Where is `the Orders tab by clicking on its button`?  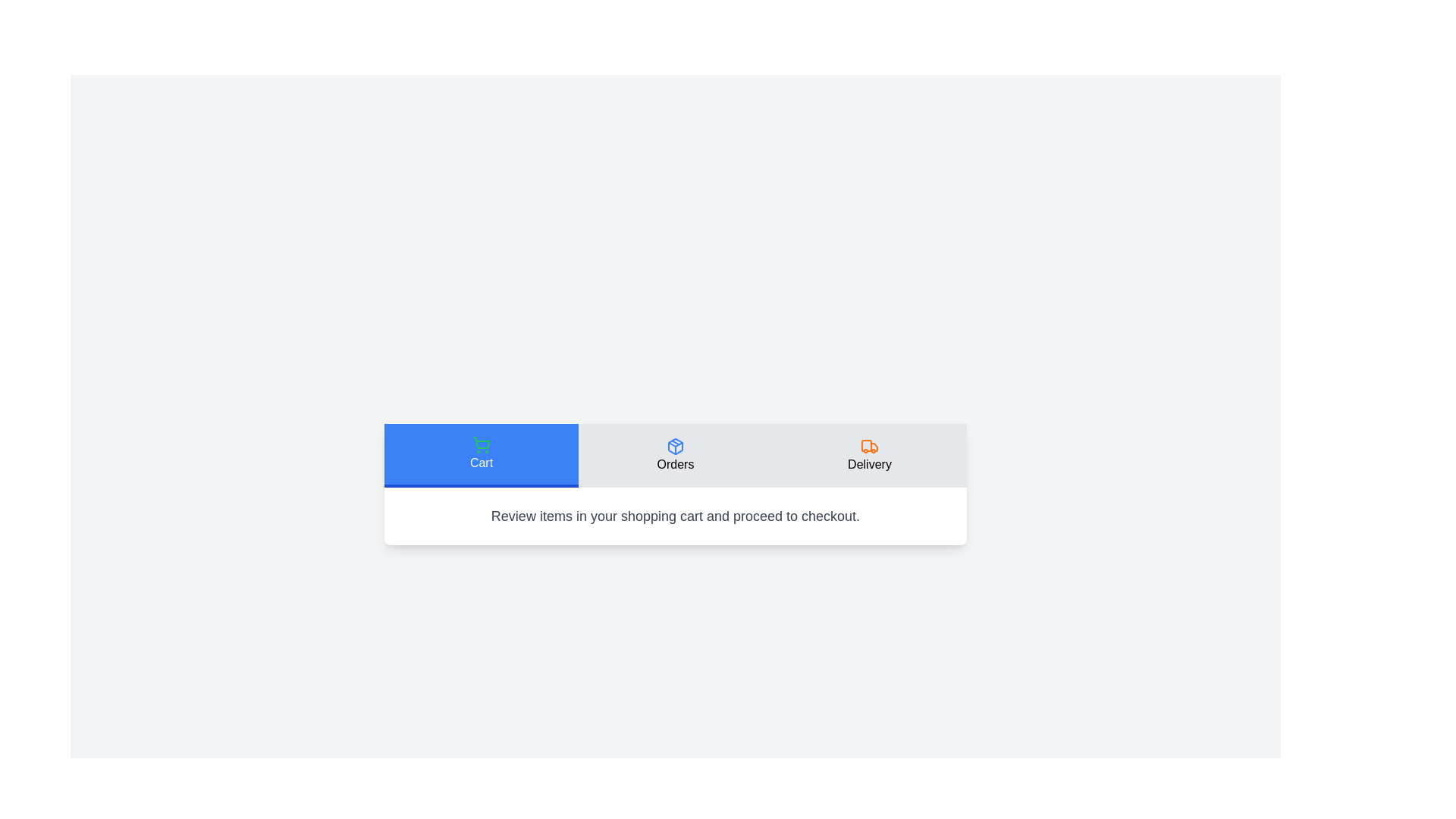
the Orders tab by clicking on its button is located at coordinates (675, 455).